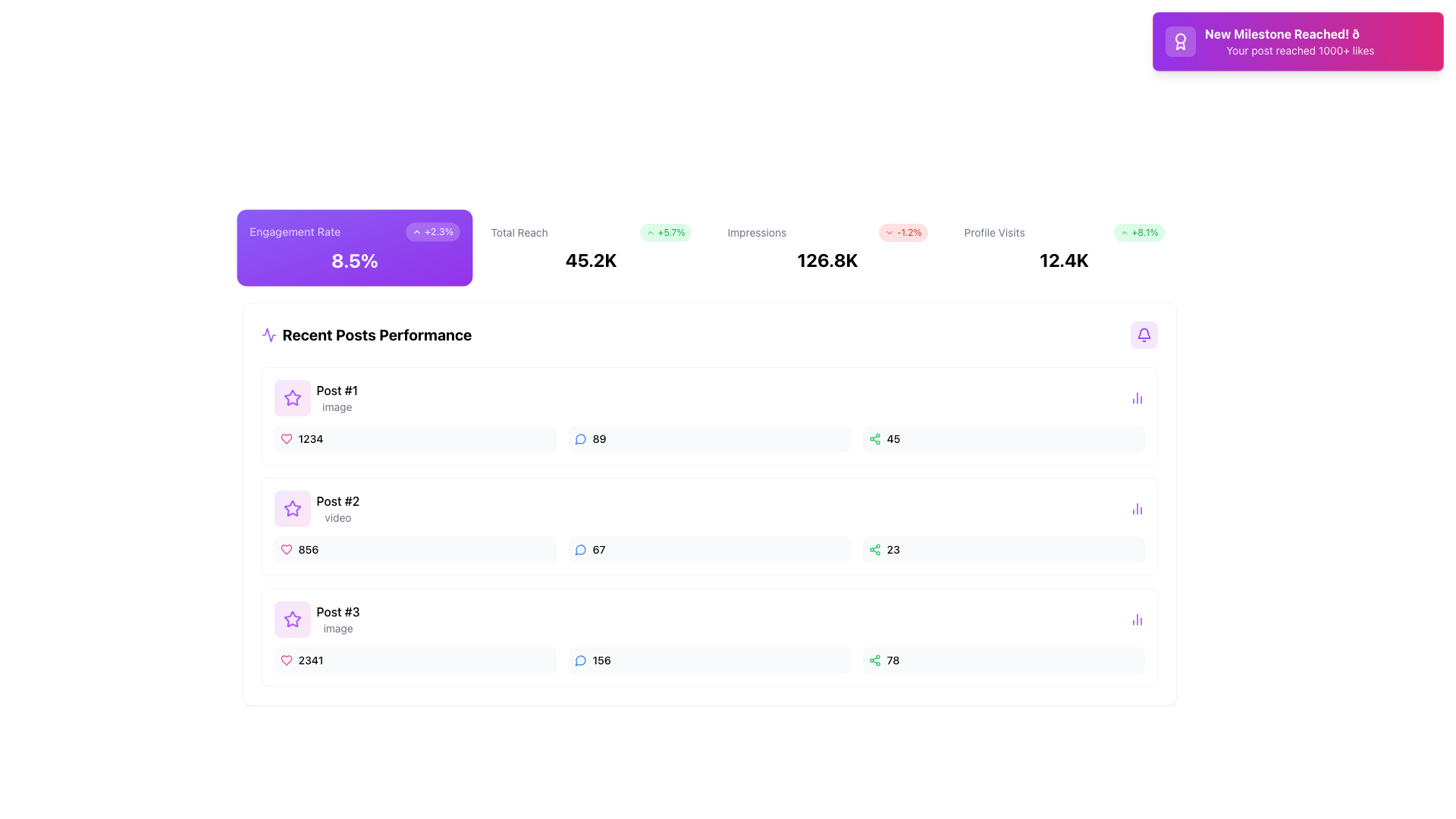  Describe the element at coordinates (665, 233) in the screenshot. I see `the Informational badge displaying the value '+5.7%' with a green background, indicating a positive change, located in the 'Total Reach' section` at that location.